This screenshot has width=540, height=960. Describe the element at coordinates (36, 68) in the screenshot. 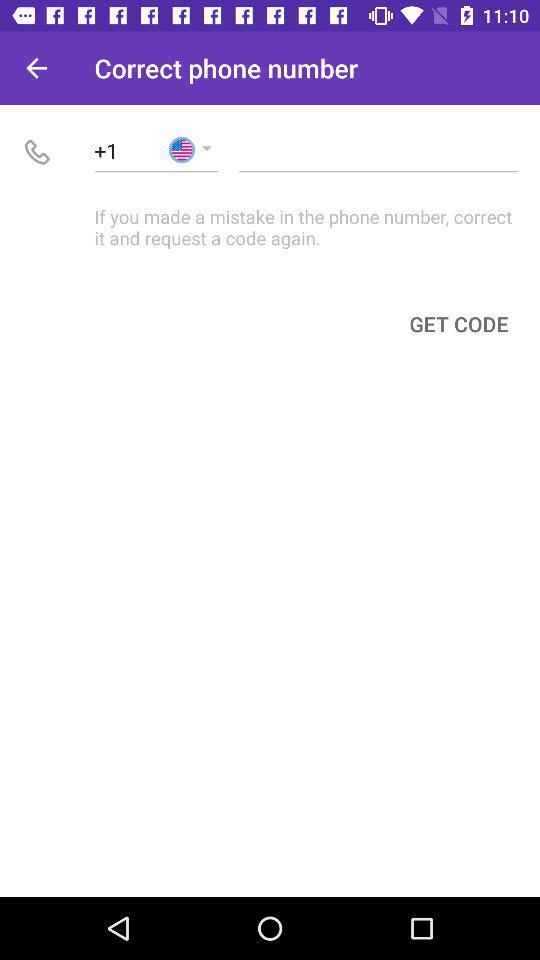

I see `icon next to correct phone number item` at that location.